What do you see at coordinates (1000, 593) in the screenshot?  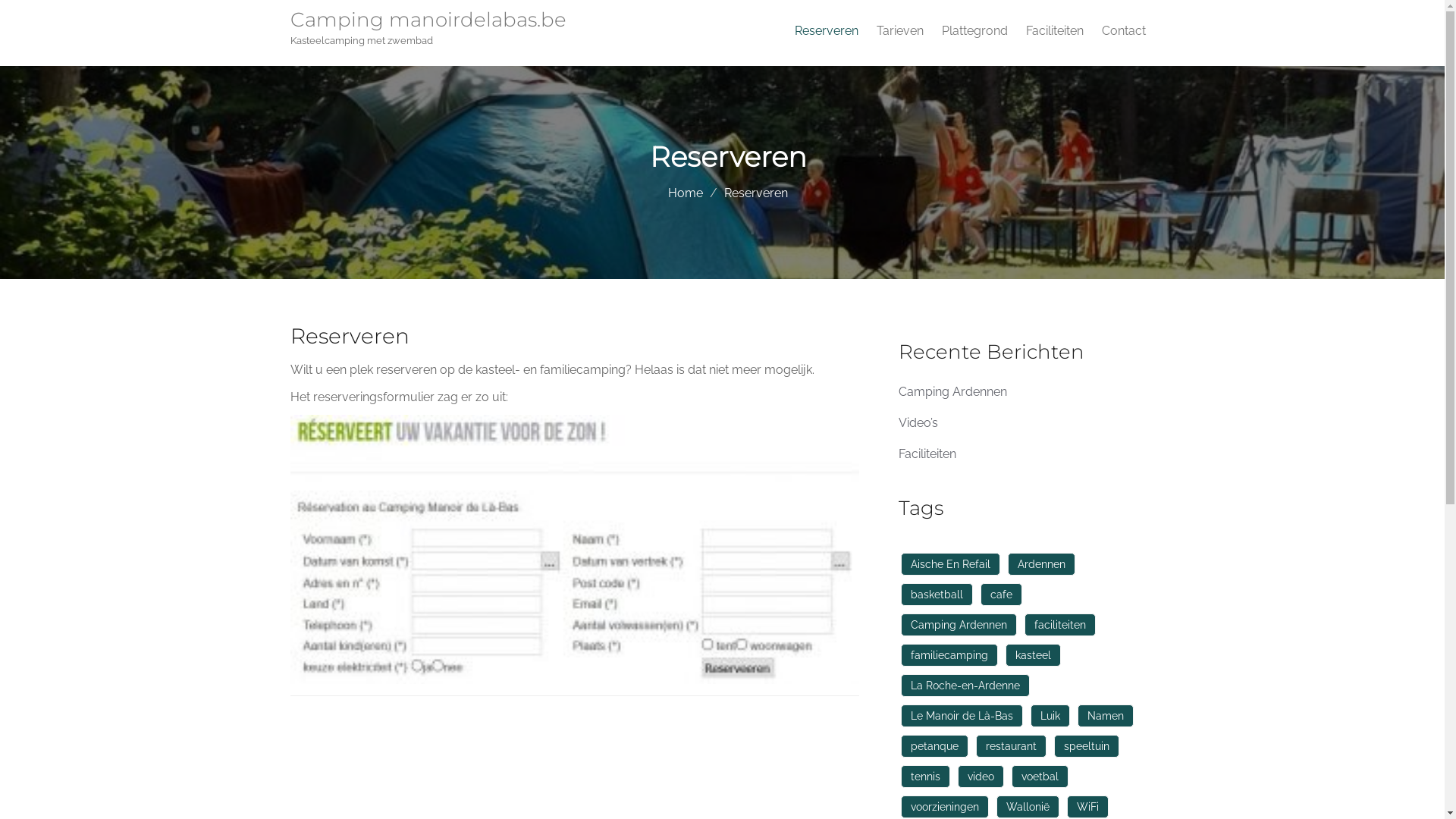 I see `'cafe'` at bounding box center [1000, 593].